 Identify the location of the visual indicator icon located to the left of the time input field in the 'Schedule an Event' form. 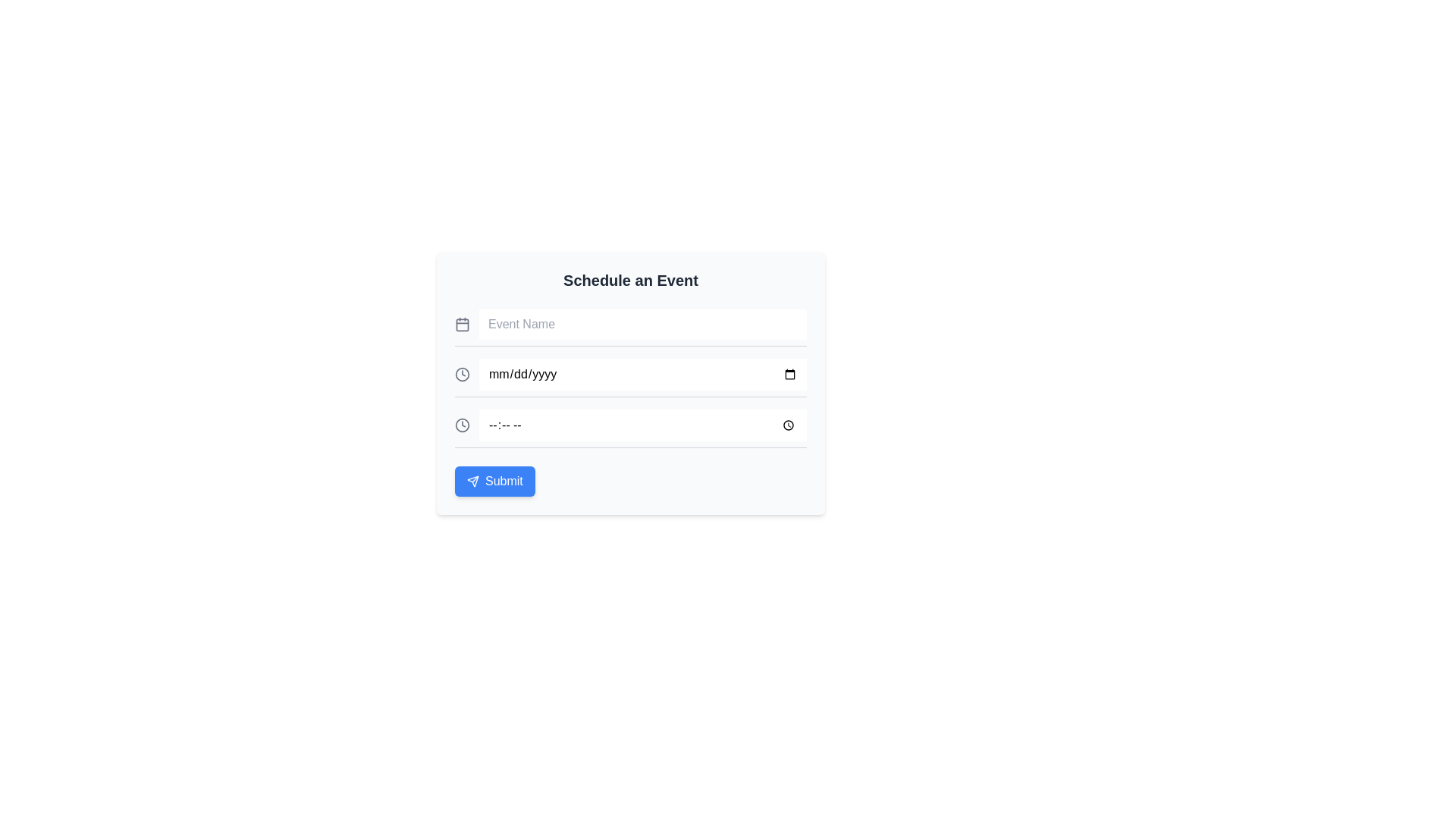
(461, 374).